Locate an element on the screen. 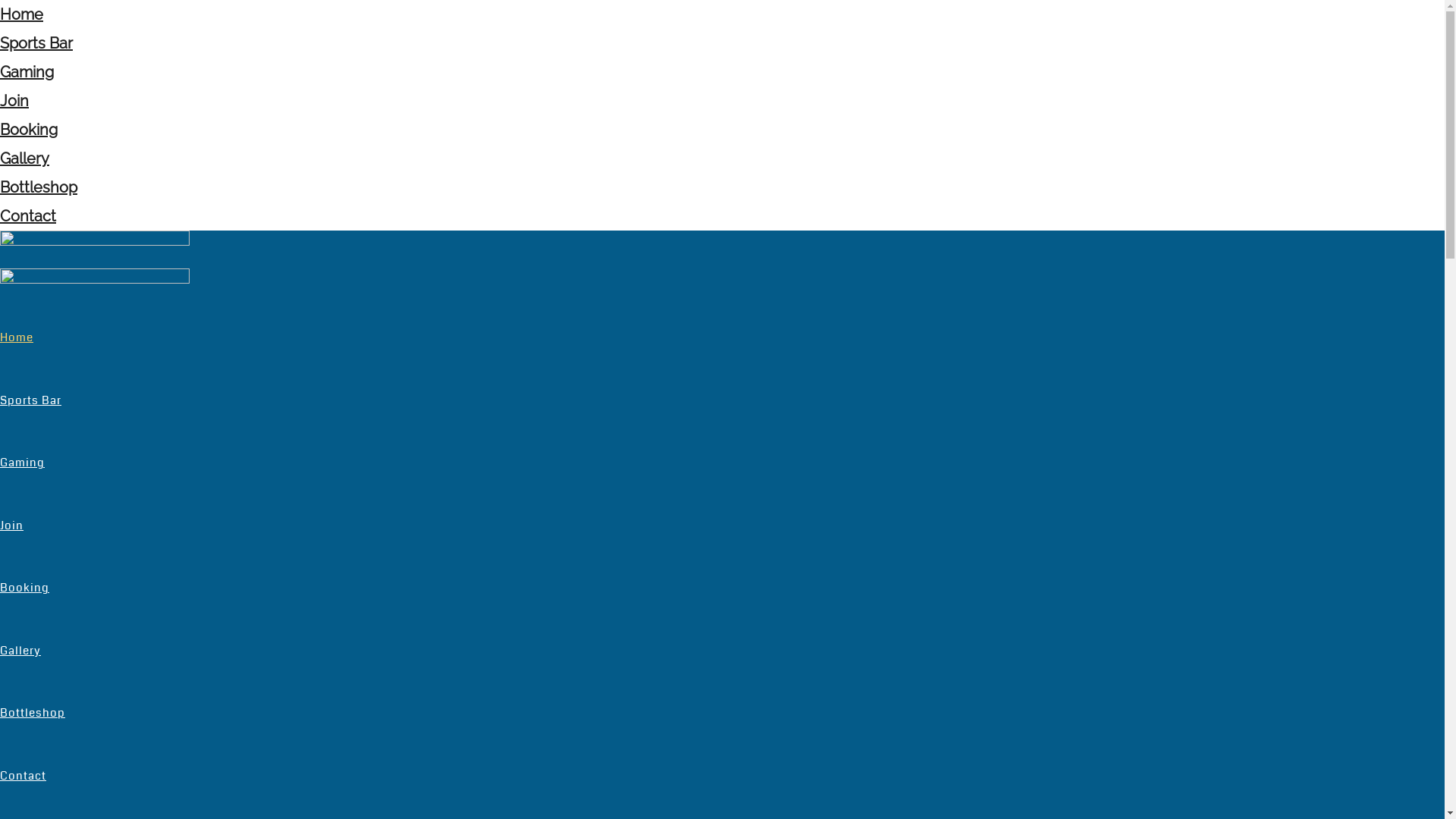 Image resolution: width=1456 pixels, height=819 pixels. 'Booking' is located at coordinates (29, 128).